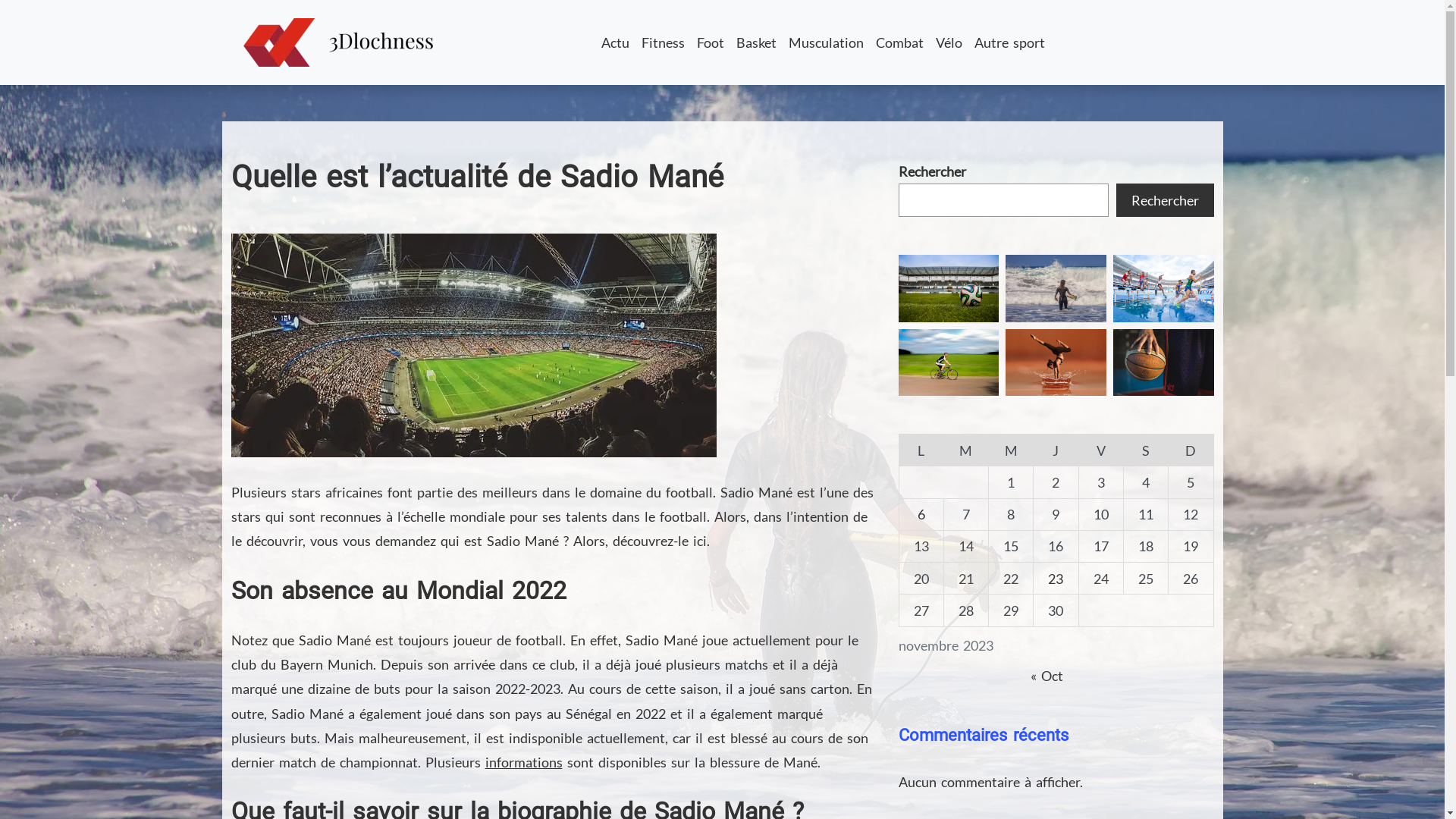  What do you see at coordinates (615, 42) in the screenshot?
I see `'Actu'` at bounding box center [615, 42].